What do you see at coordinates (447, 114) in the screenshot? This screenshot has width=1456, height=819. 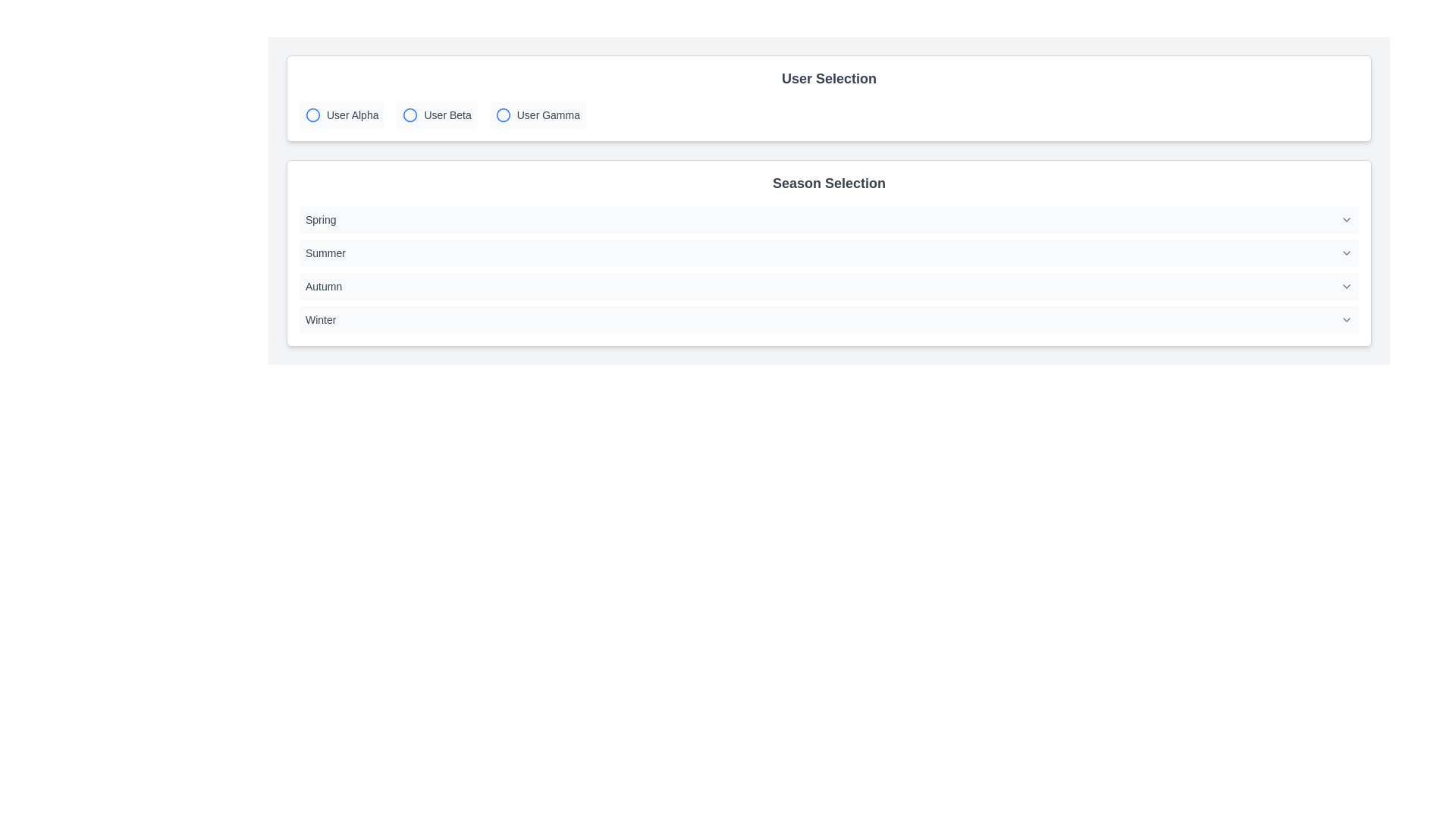 I see `the non-interactive text label displaying 'User Beta', located centrally in the upper part of the user selection section between 'User Alpha' and 'User Gamma'` at bounding box center [447, 114].